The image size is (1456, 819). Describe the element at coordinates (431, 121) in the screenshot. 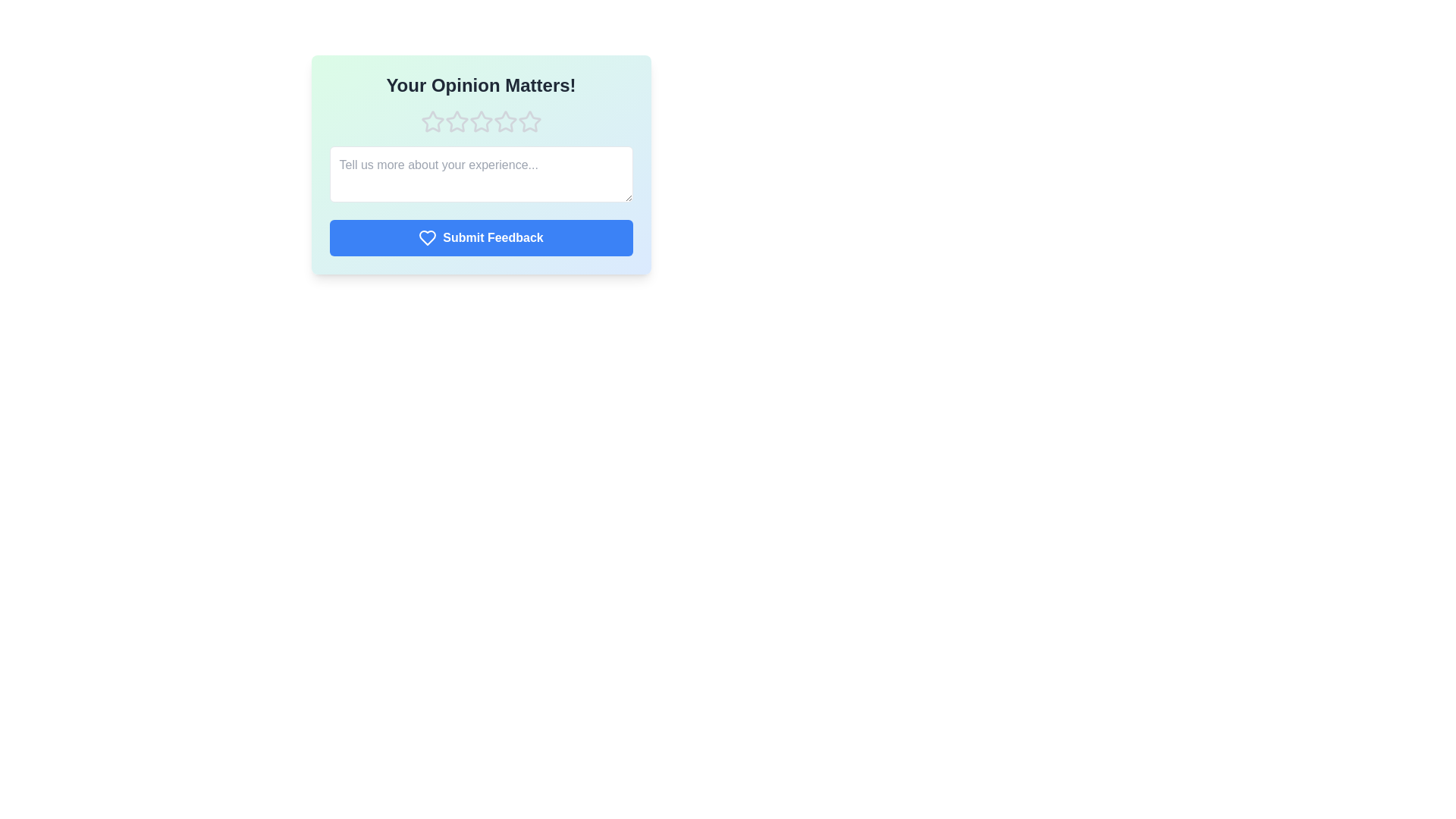

I see `towards the leftmost Rating Star Icon, which is part of a series of five identical star icons located under the text 'Your Opinion Matters!' in a feedback form` at that location.